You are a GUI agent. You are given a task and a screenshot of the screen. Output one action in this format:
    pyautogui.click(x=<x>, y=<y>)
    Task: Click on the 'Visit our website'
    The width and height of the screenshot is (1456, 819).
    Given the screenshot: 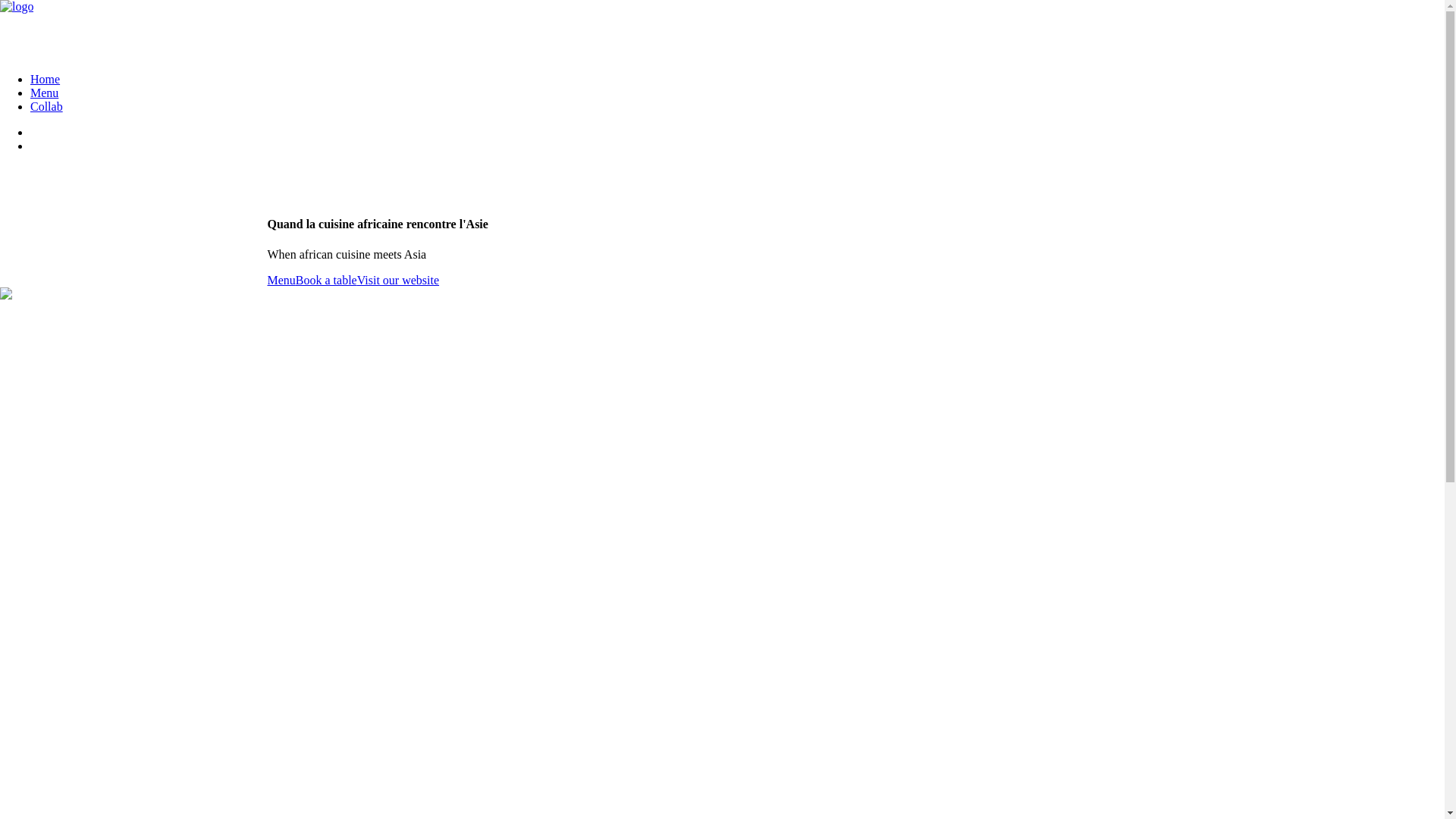 What is the action you would take?
    pyautogui.click(x=356, y=280)
    